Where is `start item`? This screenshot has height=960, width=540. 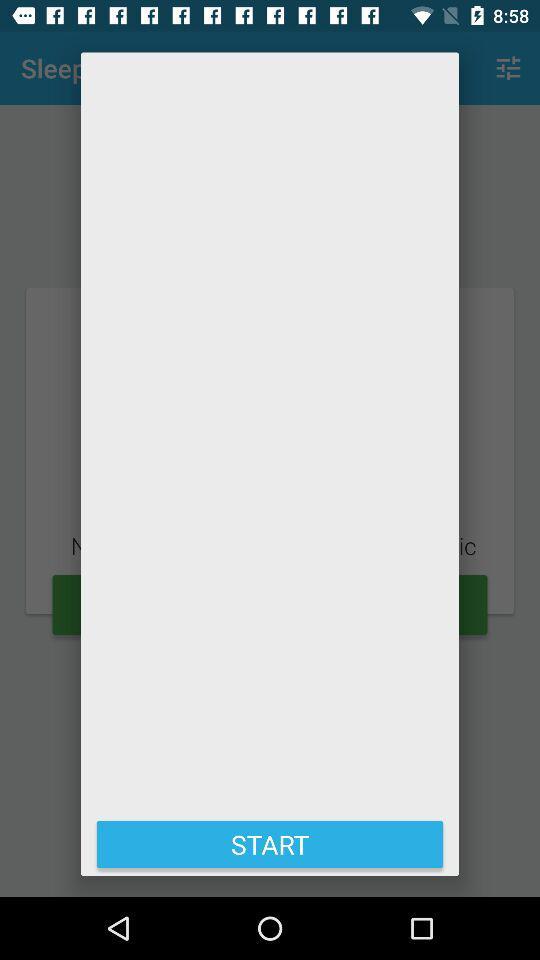 start item is located at coordinates (270, 843).